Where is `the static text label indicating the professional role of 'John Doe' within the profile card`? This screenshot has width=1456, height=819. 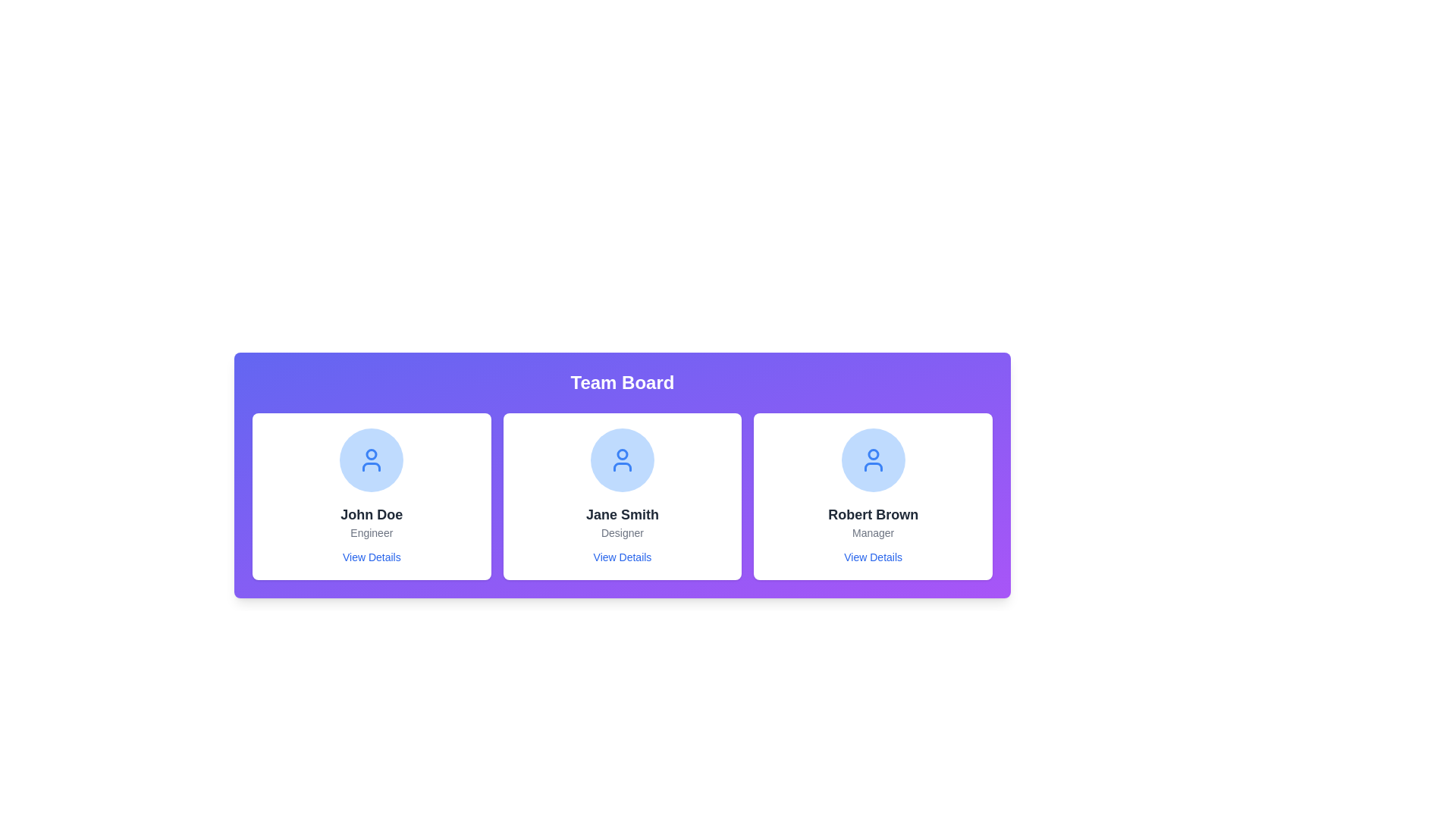
the static text label indicating the professional role of 'John Doe' within the profile card is located at coordinates (372, 532).